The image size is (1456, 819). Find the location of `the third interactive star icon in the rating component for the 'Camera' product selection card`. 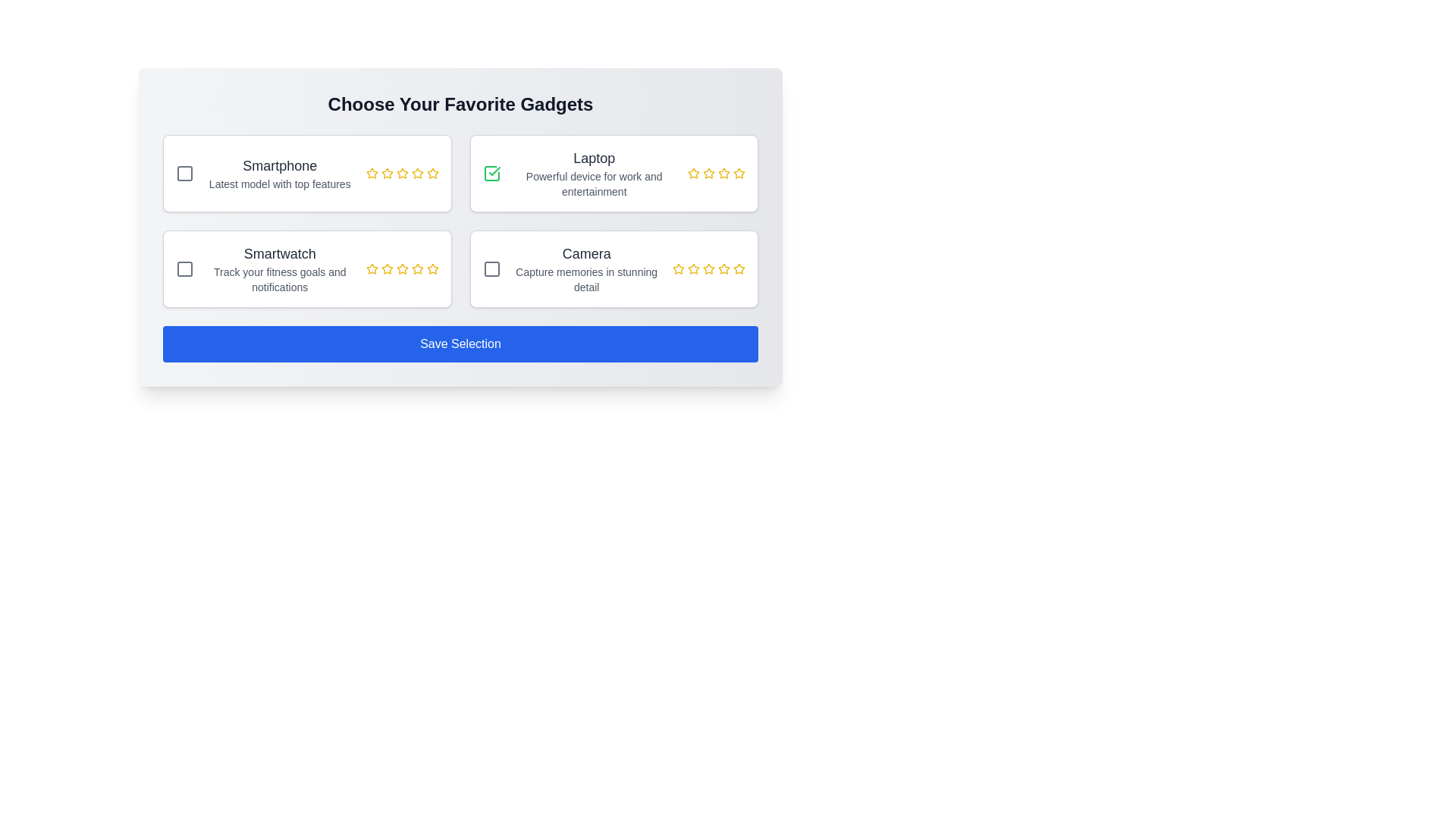

the third interactive star icon in the rating component for the 'Camera' product selection card is located at coordinates (708, 268).